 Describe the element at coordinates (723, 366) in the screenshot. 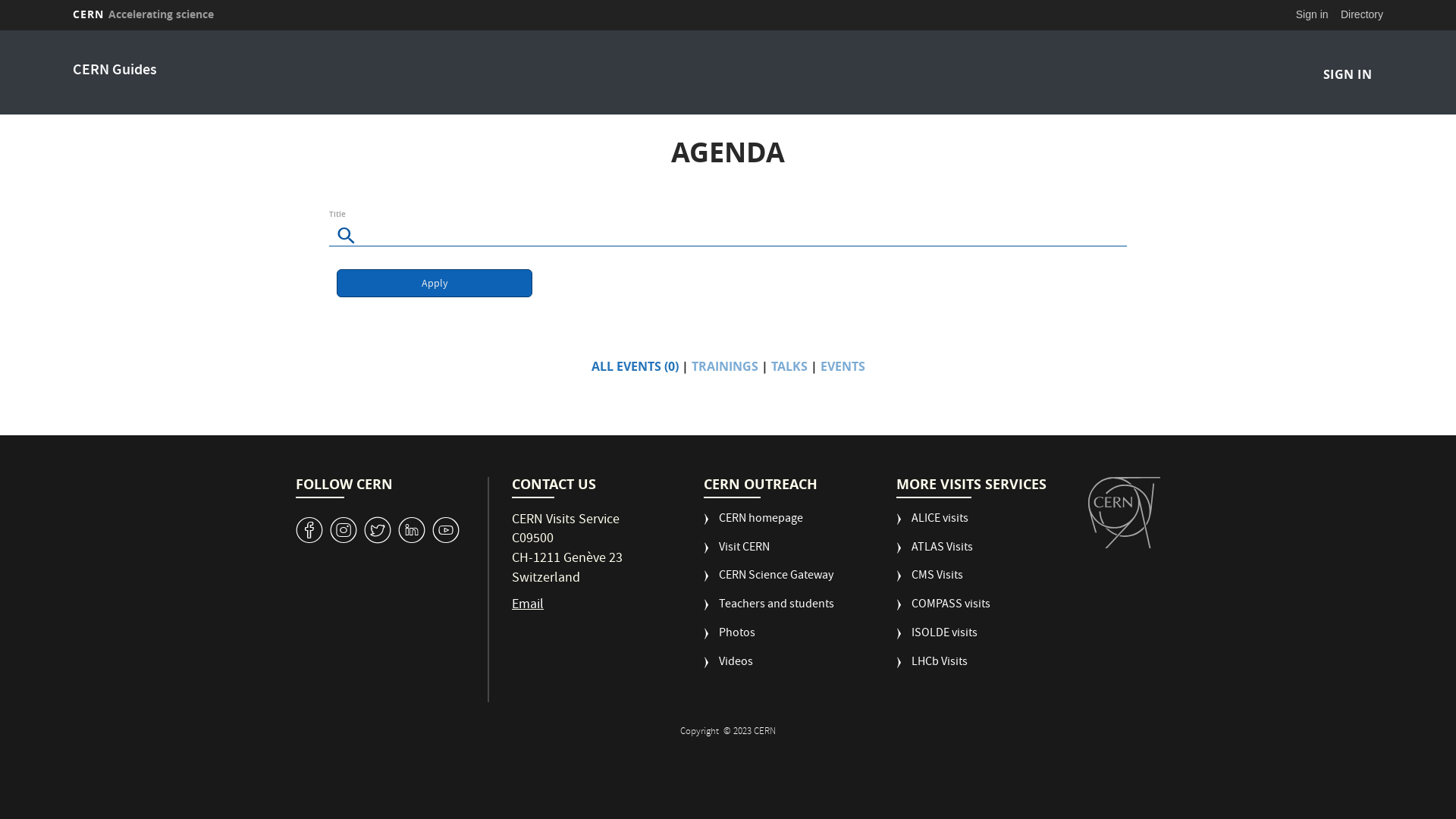

I see `'TRAININGS'` at that location.